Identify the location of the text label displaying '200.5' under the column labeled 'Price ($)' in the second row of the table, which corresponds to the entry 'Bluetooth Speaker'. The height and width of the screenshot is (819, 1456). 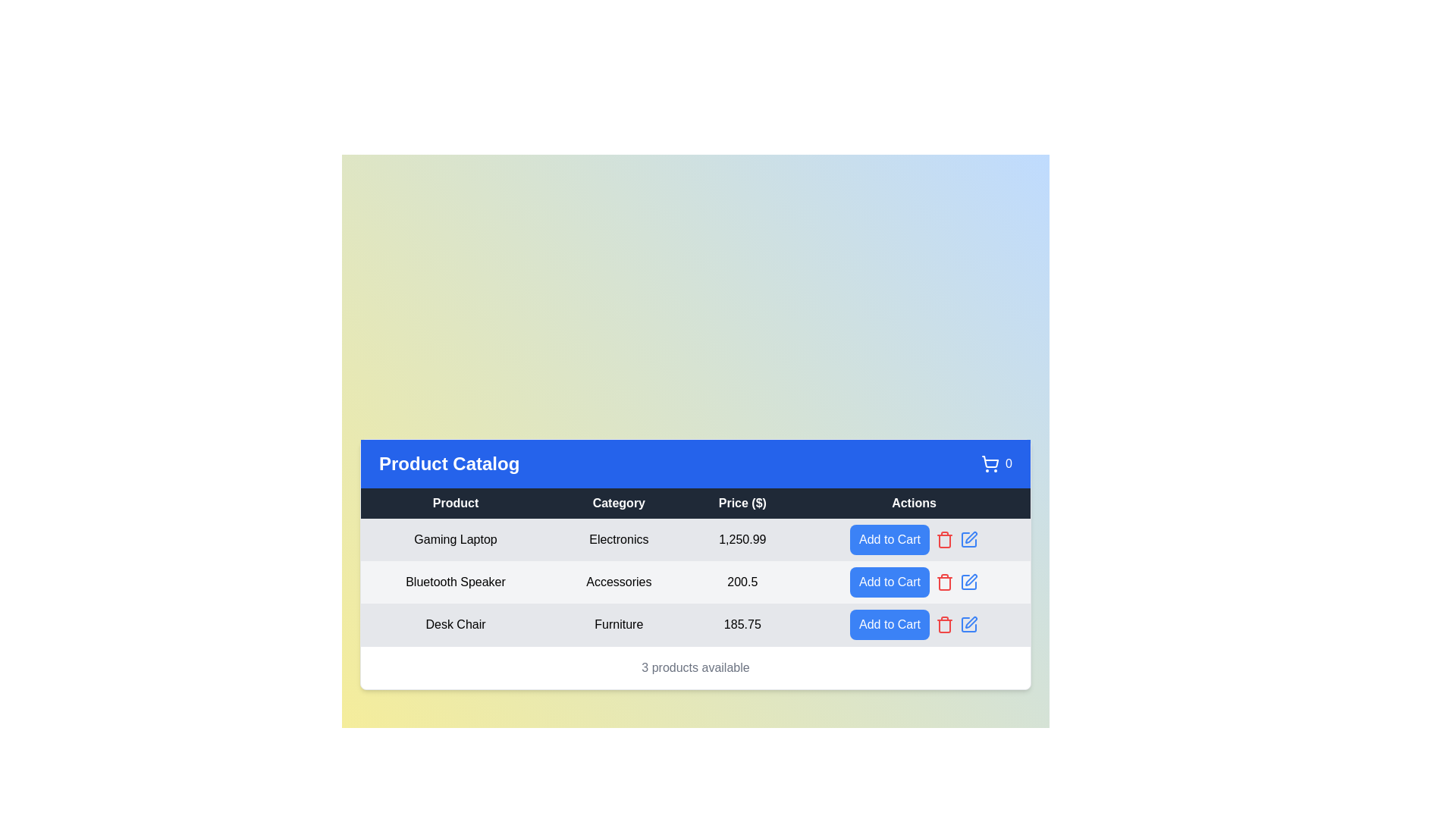
(742, 581).